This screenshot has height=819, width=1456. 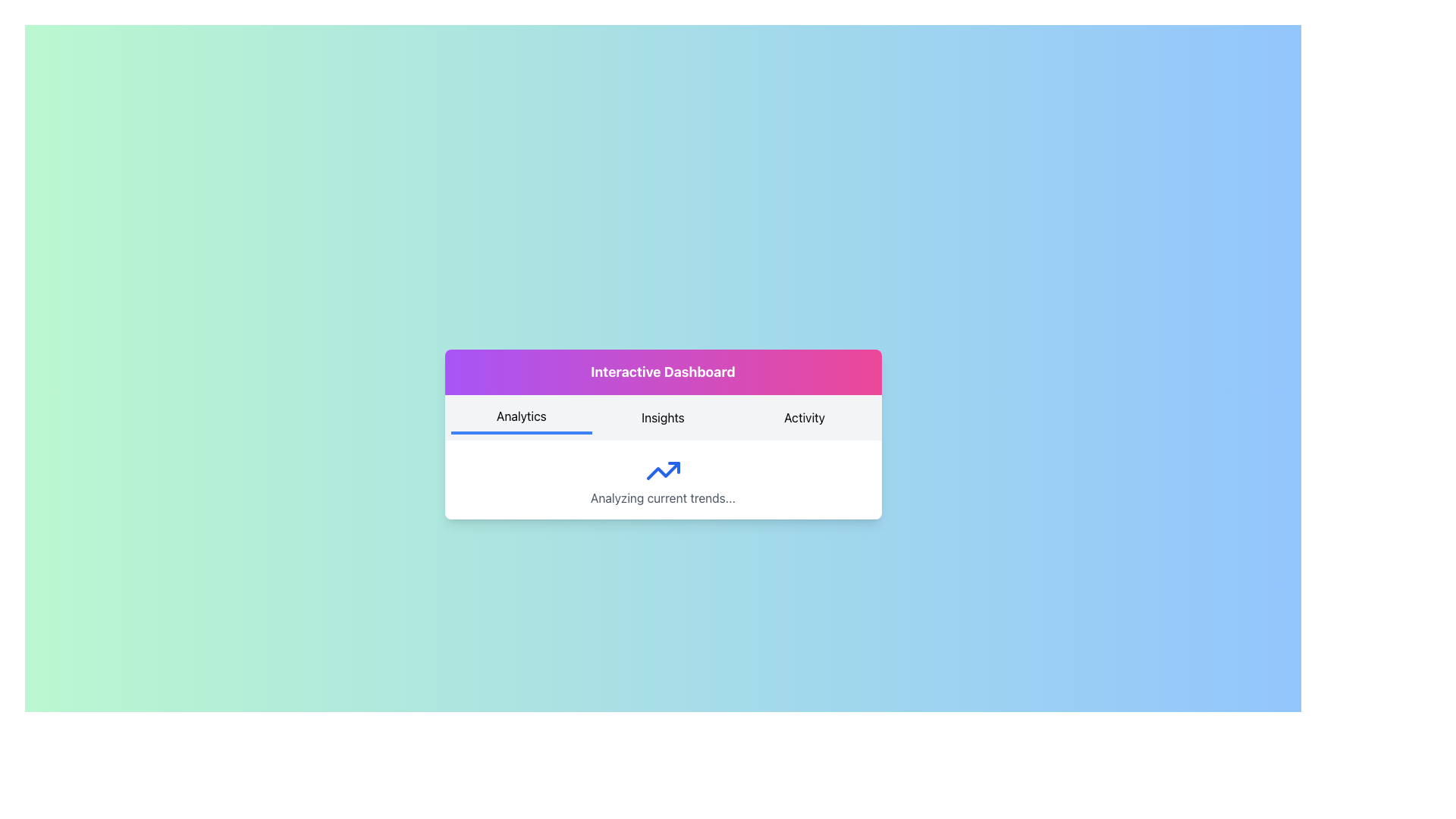 What do you see at coordinates (663, 435) in the screenshot?
I see `the 'Insights' tab button in the horizontal navigation bar of the 'Interactive Dashboard'` at bounding box center [663, 435].